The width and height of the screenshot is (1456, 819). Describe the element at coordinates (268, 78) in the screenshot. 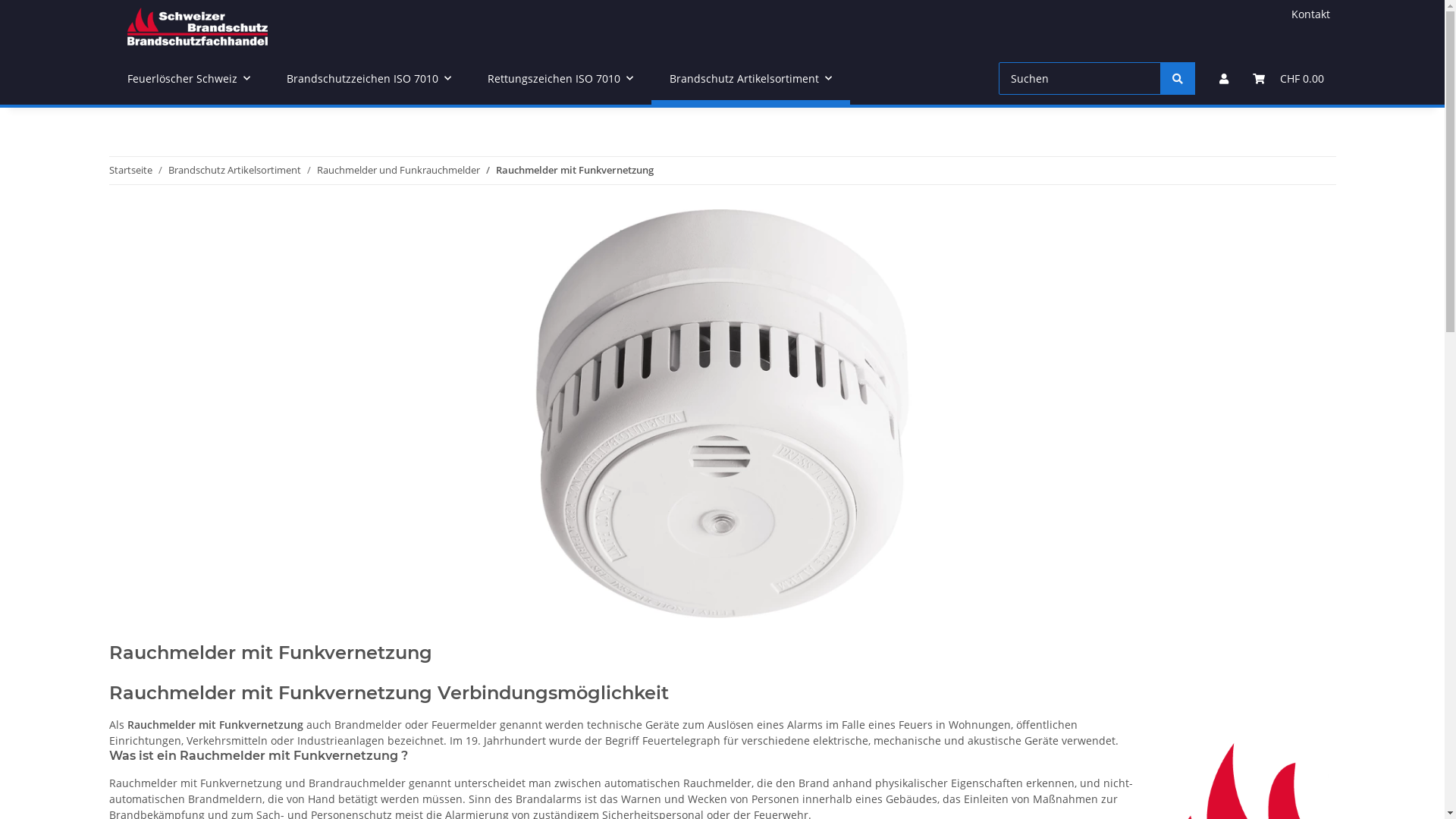

I see `'Brandschutzzeichen ISO 7010'` at that location.